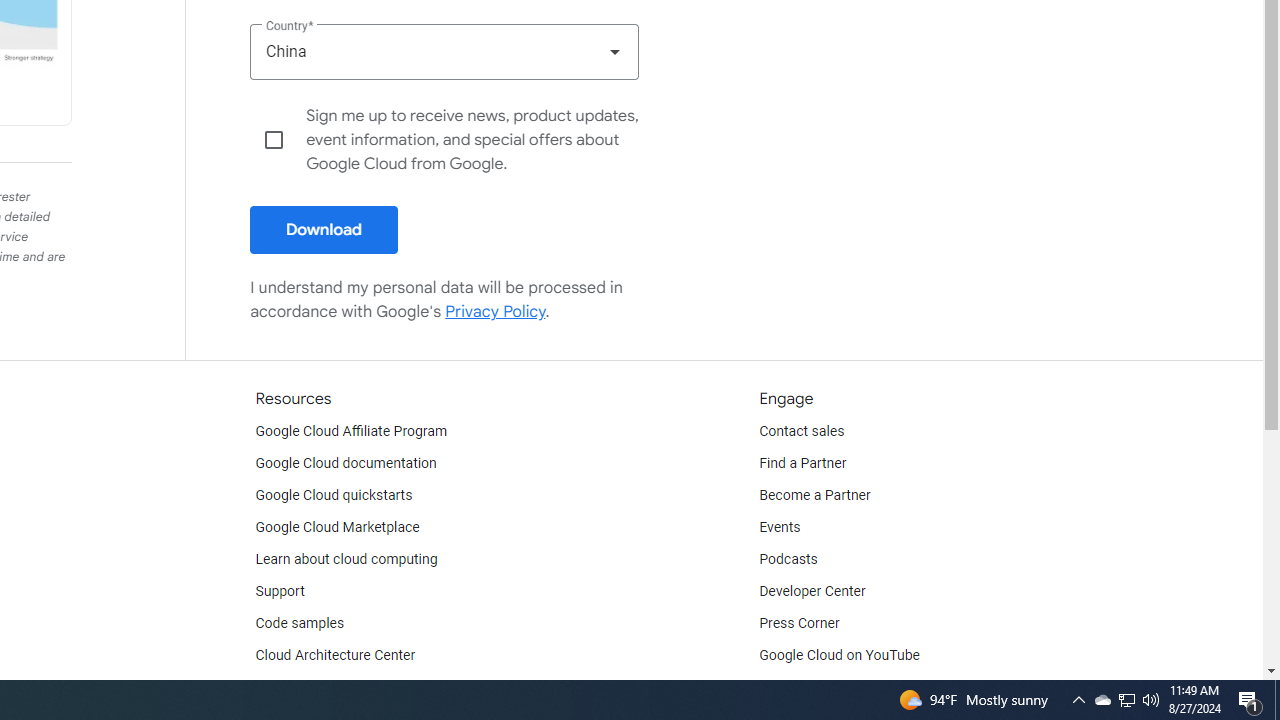 Image resolution: width=1280 pixels, height=720 pixels. What do you see at coordinates (787, 560) in the screenshot?
I see `'Podcasts'` at bounding box center [787, 560].